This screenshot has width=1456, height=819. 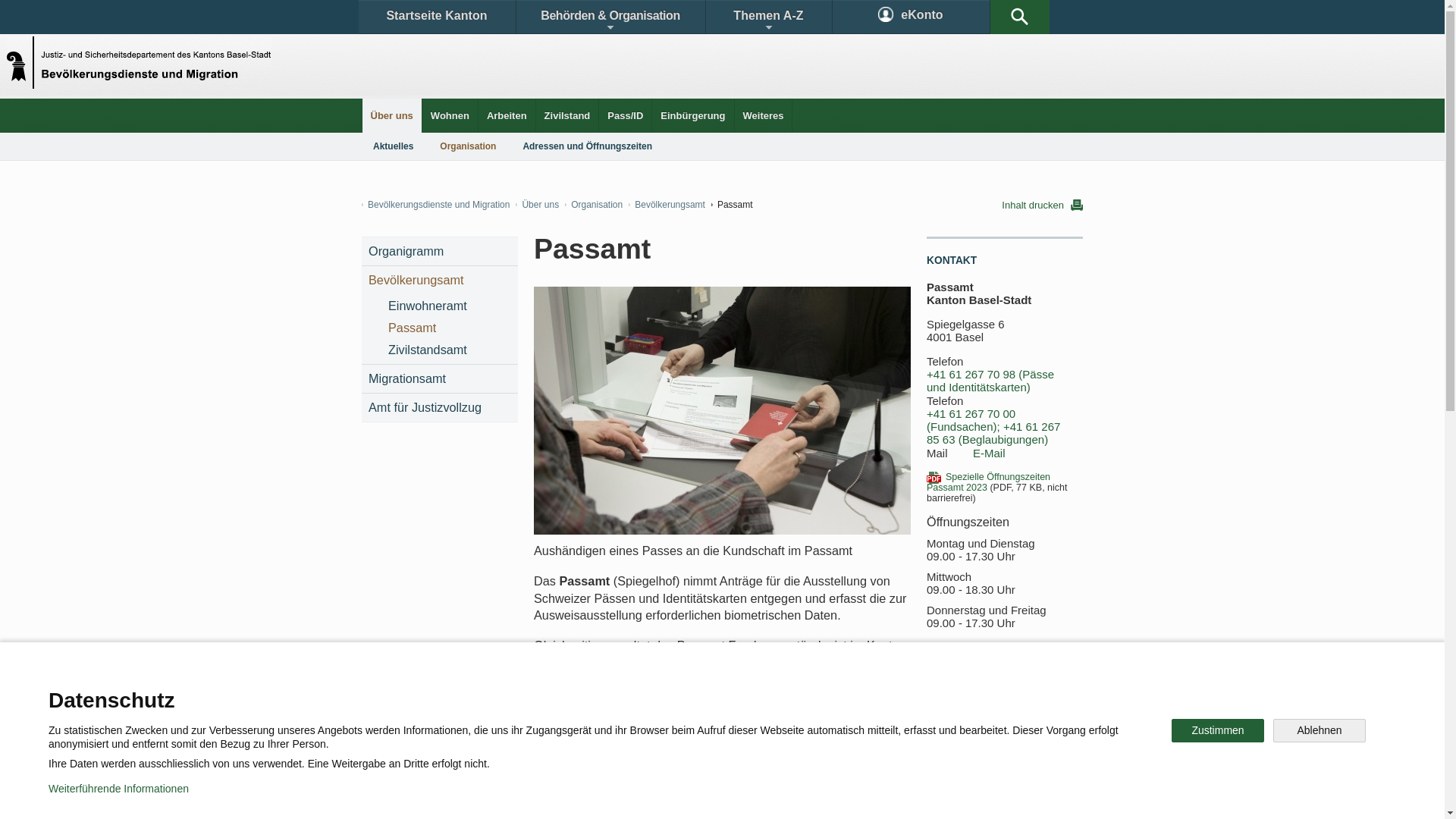 I want to click on 'Themen A-Z', so click(x=767, y=17).